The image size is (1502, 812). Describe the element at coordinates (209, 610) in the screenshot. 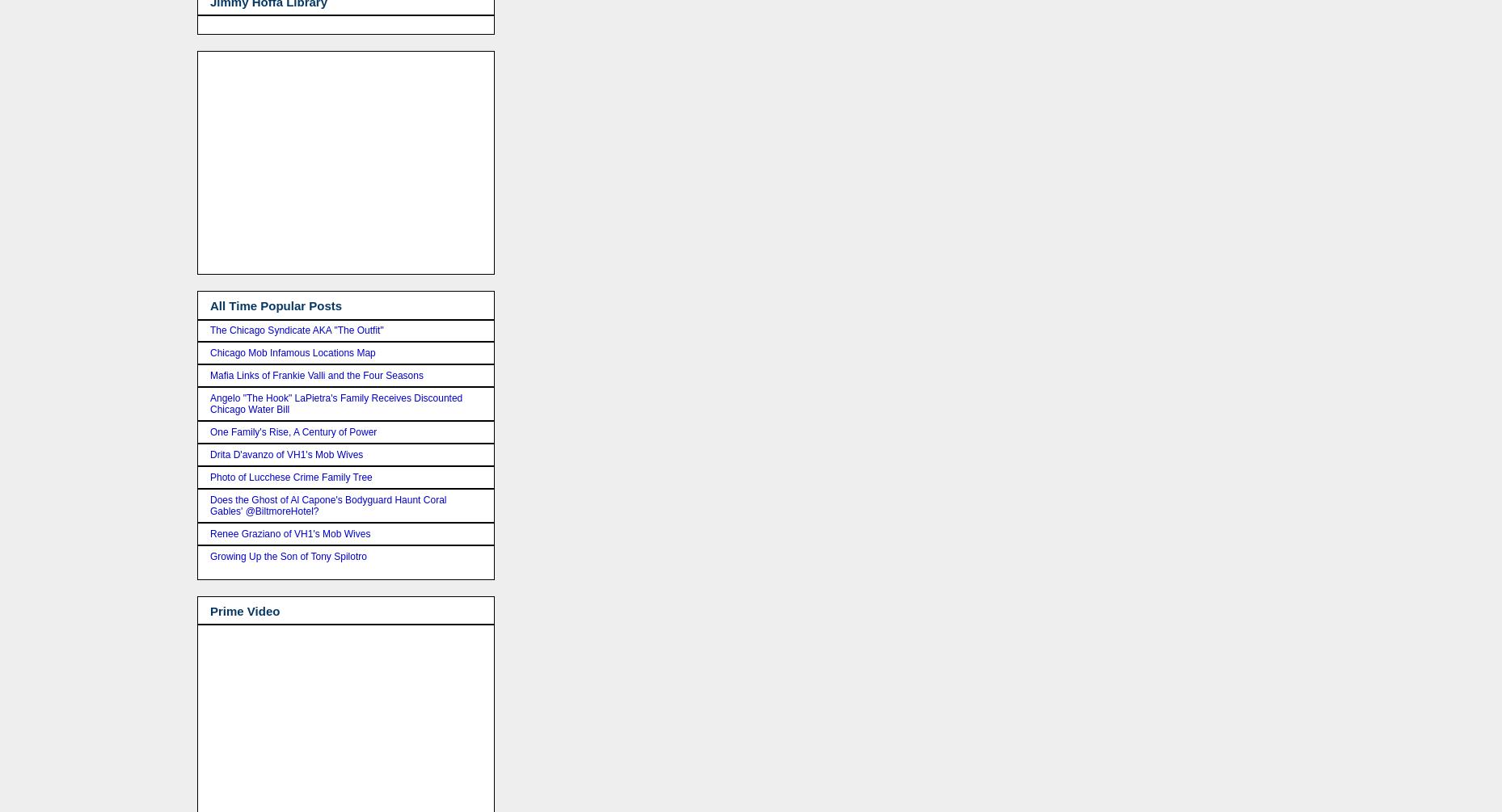

I see `'Prime Video'` at that location.